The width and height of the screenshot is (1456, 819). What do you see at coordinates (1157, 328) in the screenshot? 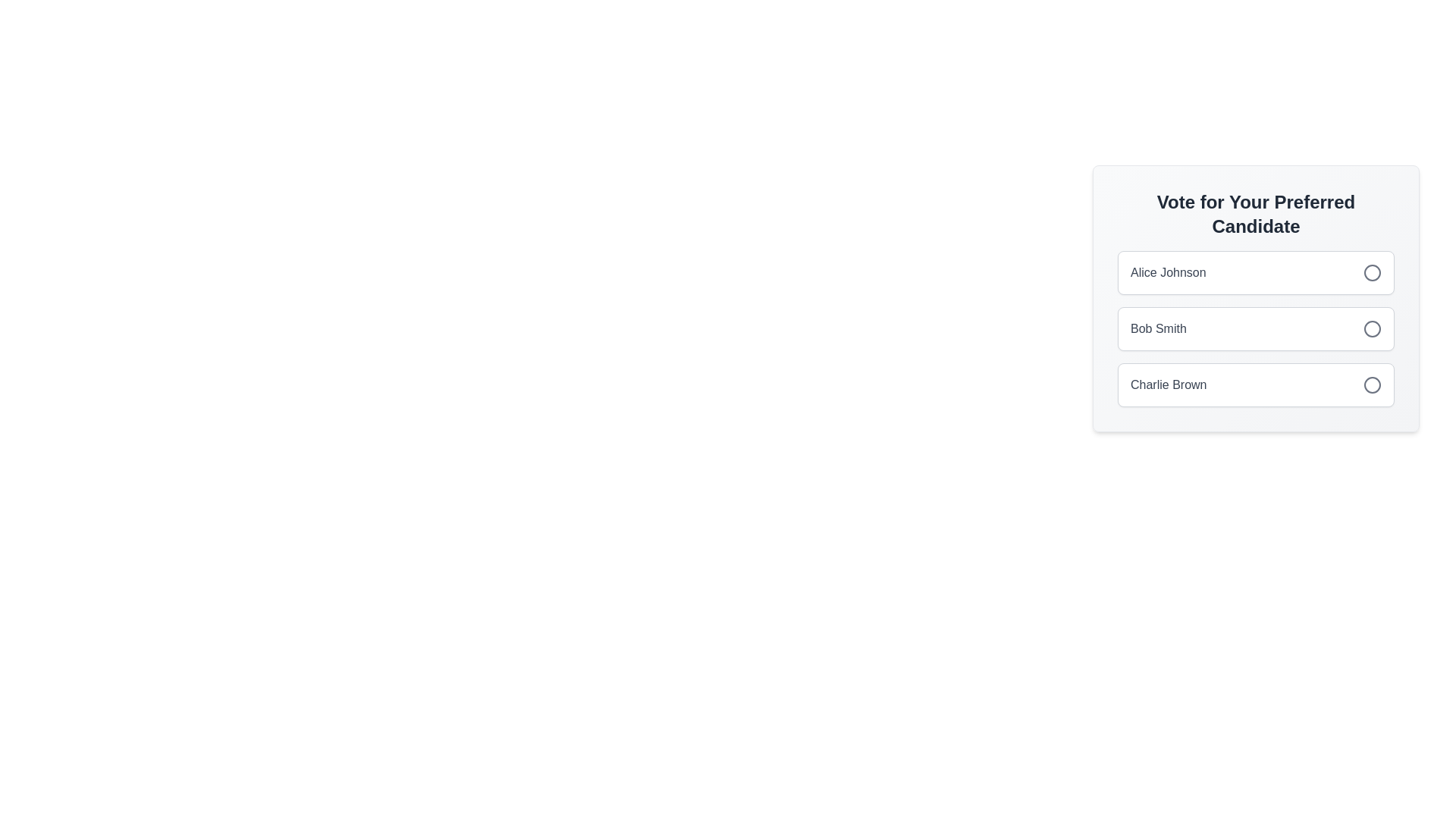
I see `the text label identifying the candidate 'Bob Smith', which is the second option in a multiple-choice interface, positioned between 'Alice Johnson' above and 'Charlie Brown' below` at bounding box center [1157, 328].